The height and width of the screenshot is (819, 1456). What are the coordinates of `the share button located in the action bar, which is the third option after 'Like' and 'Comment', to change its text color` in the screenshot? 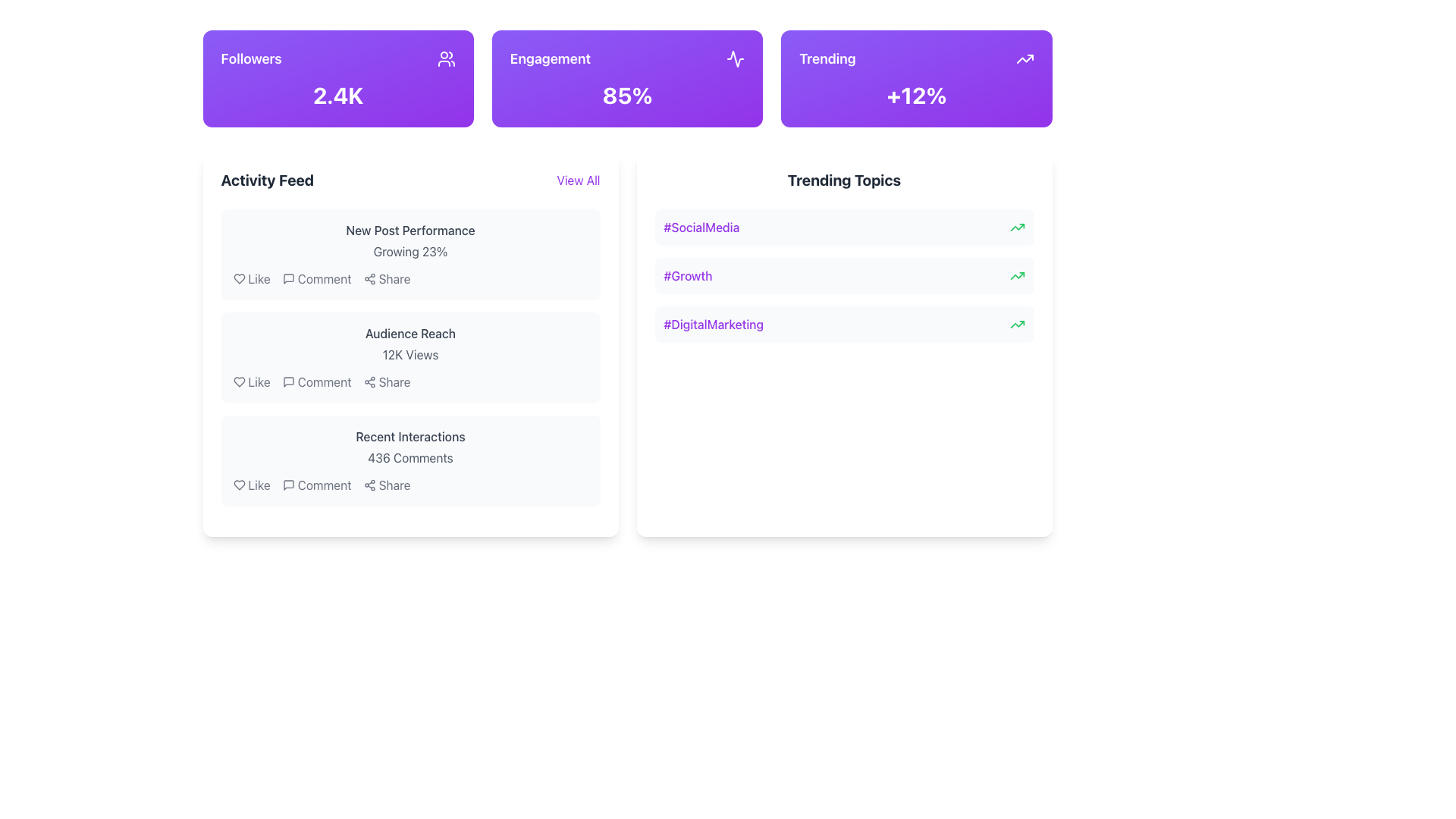 It's located at (387, 381).